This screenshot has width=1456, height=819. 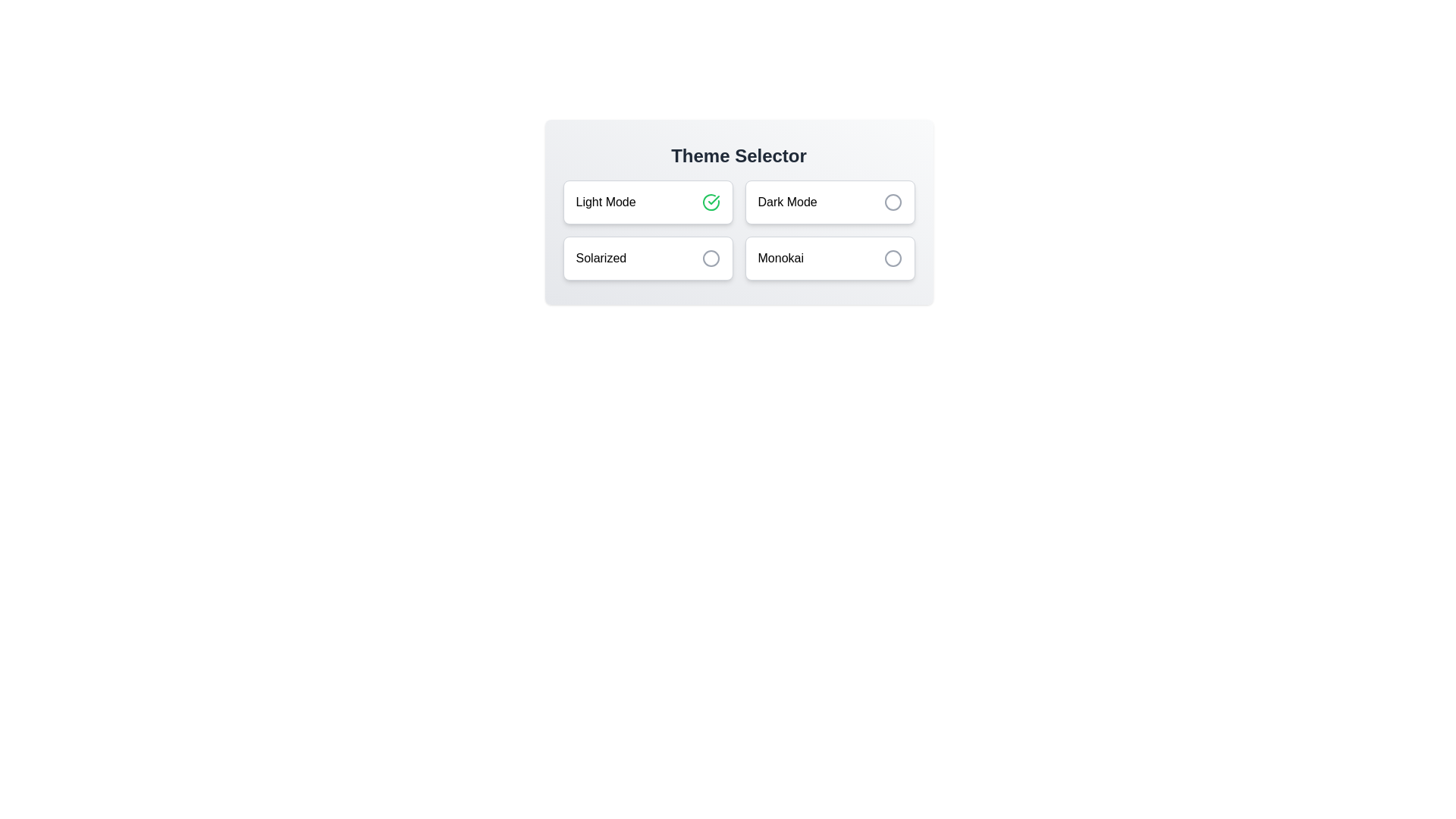 I want to click on the button corresponding to the theme Monokai, so click(x=829, y=257).